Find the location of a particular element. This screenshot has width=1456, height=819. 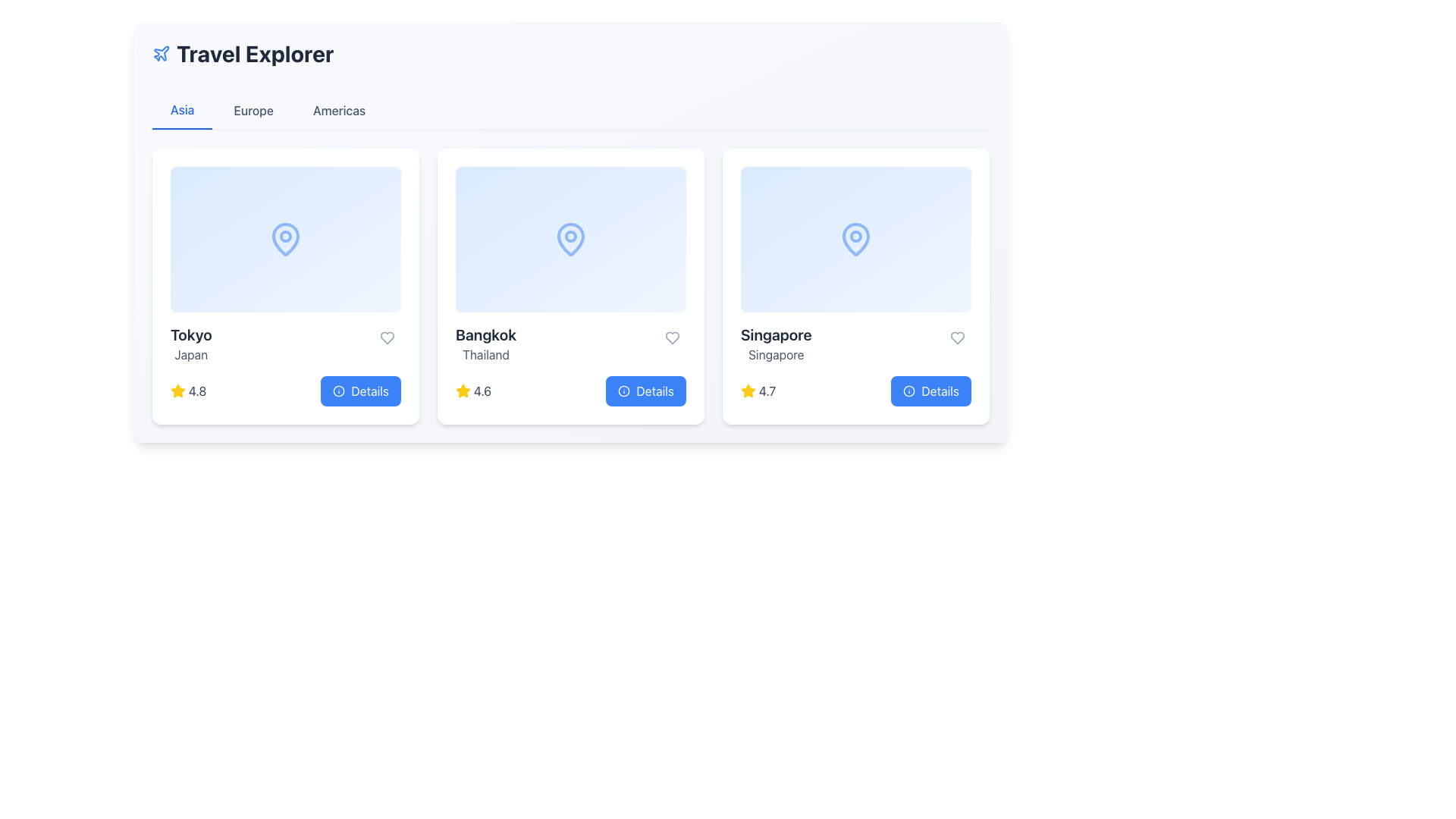

the information icon within the 'Details' button located at the bottom right corner of the travel destination card for 'Tokyo'. This icon is a blue circular SVG with an 'i' symbol, positioned to the left of the 'Details' text is located at coordinates (338, 391).